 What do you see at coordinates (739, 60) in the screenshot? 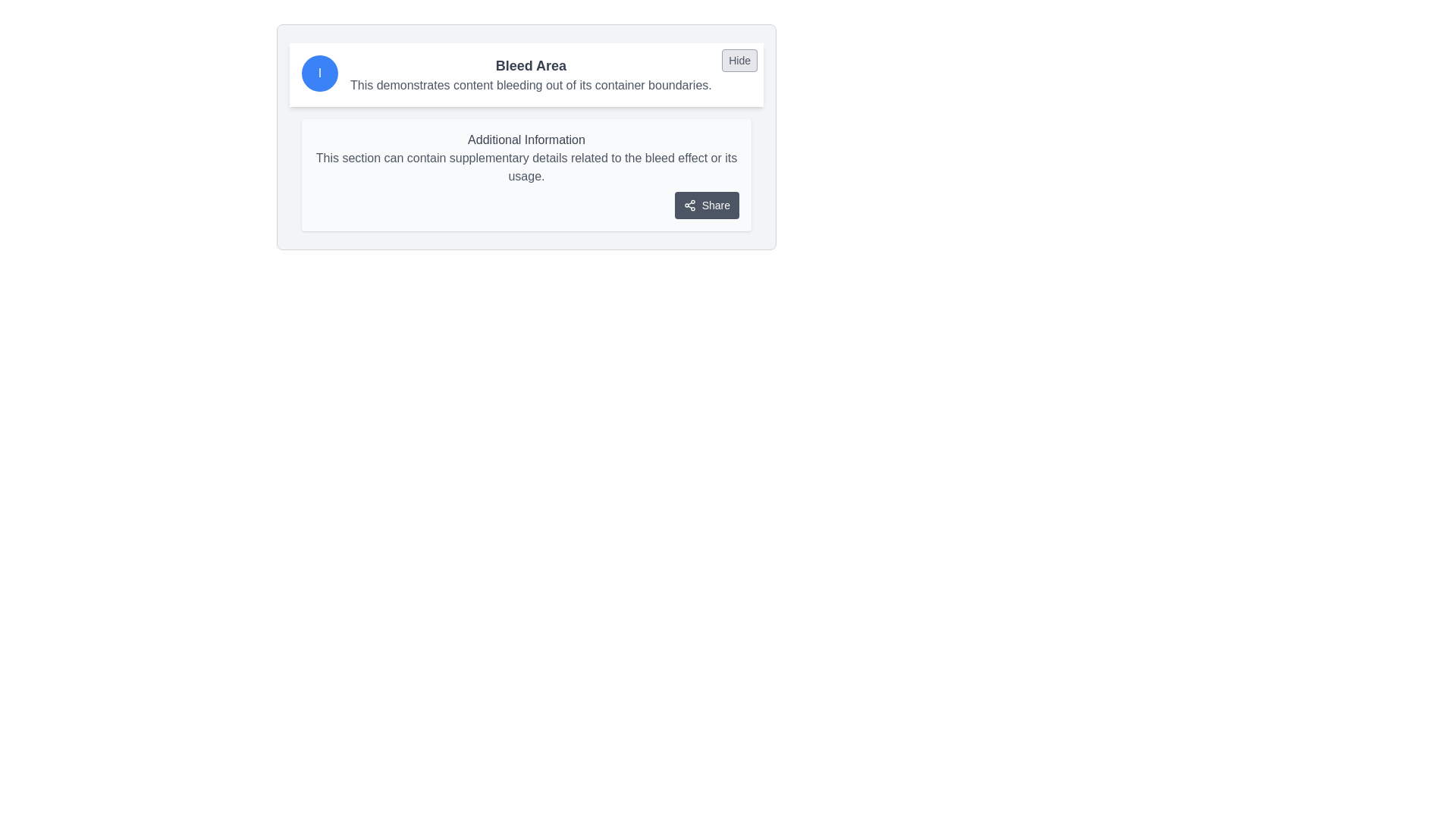
I see `the button in the top-right corner of the 'Bleed Area' card to hide its content` at bounding box center [739, 60].